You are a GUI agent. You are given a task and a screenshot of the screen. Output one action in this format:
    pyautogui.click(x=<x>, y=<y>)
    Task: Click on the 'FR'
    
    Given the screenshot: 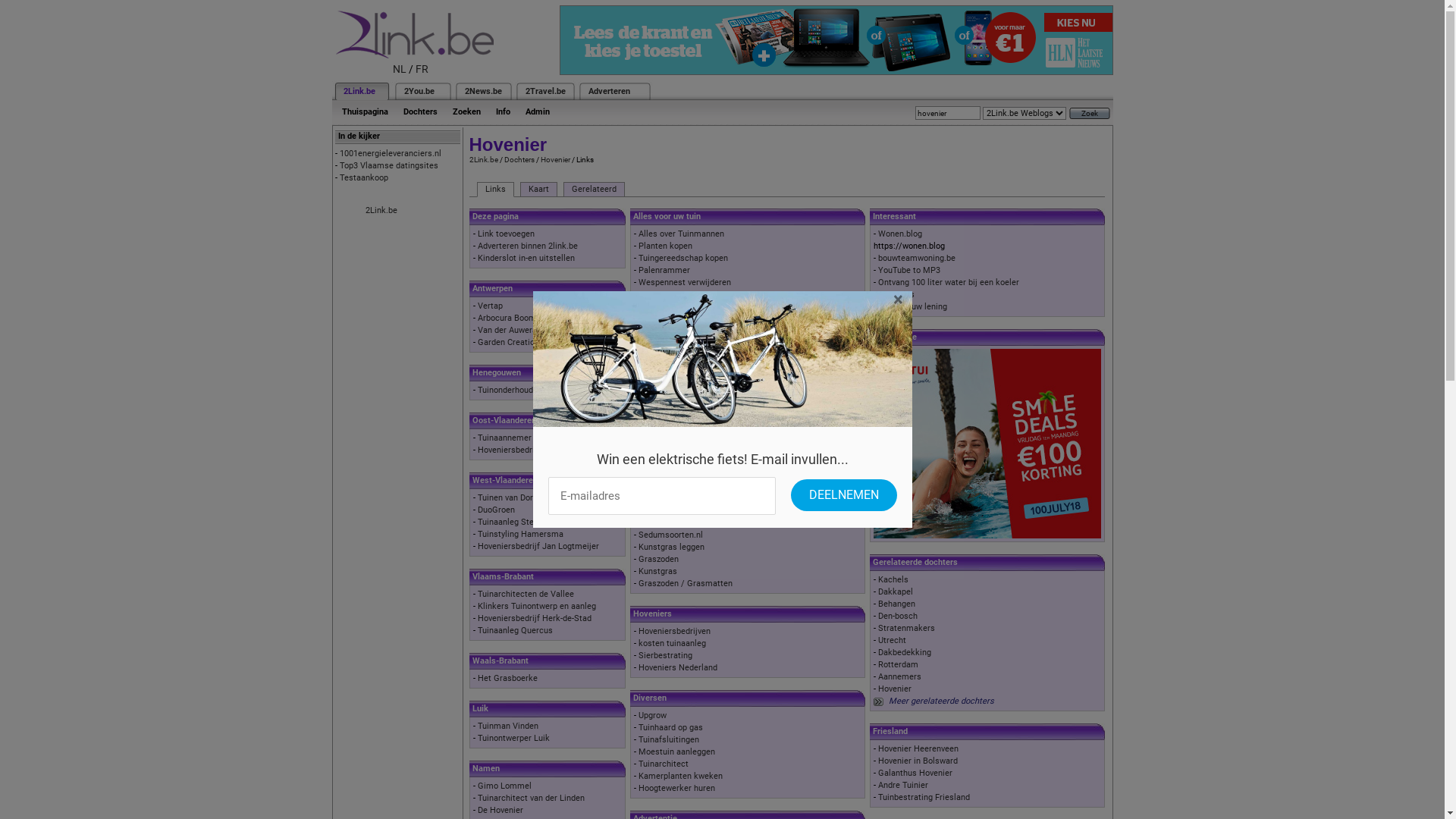 What is the action you would take?
    pyautogui.click(x=422, y=69)
    